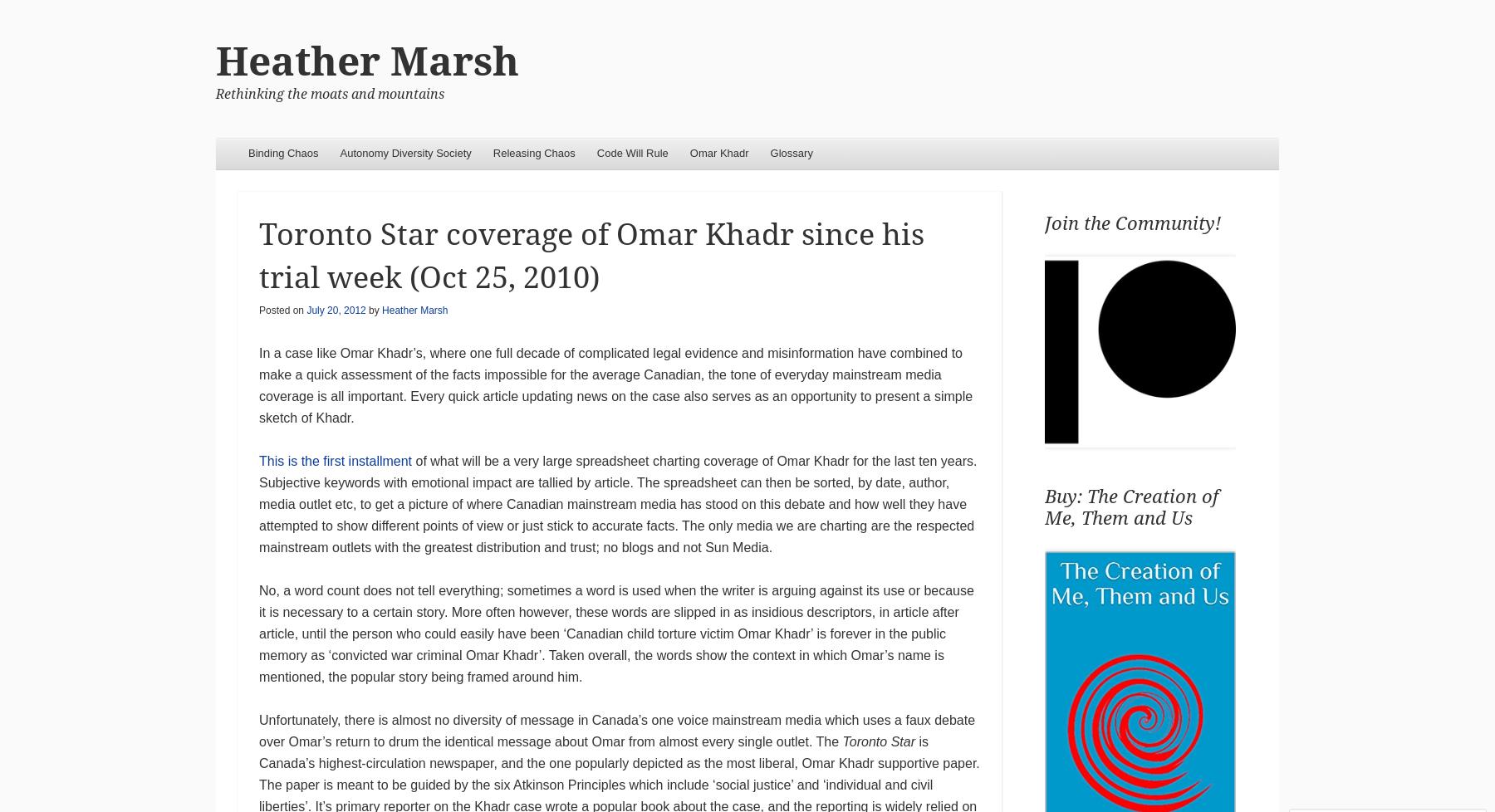  Describe the element at coordinates (1130, 223) in the screenshot. I see `'Join the Community!'` at that location.